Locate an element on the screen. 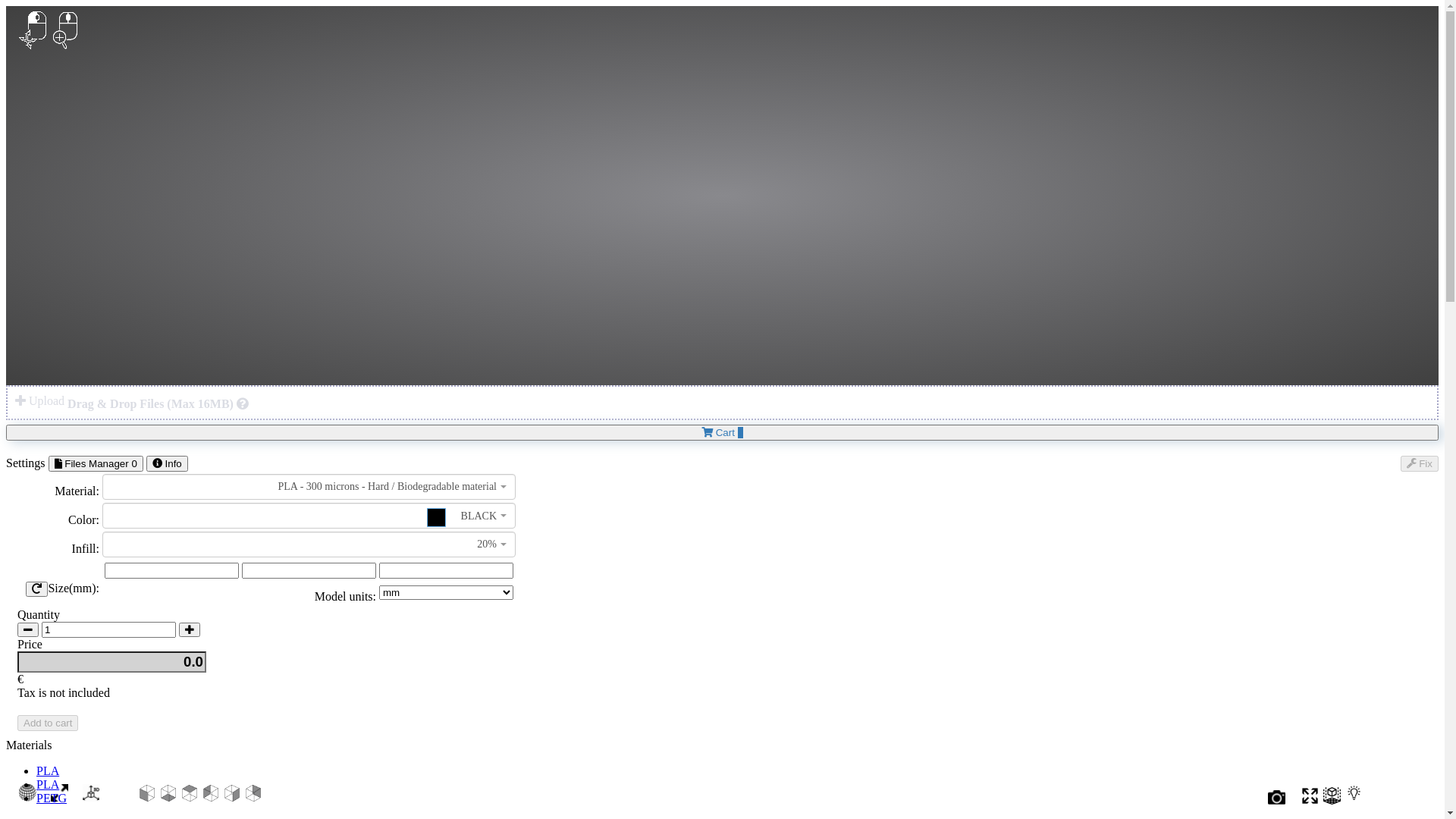 This screenshot has height=819, width=1456. 'Bottom View' is located at coordinates (168, 796).